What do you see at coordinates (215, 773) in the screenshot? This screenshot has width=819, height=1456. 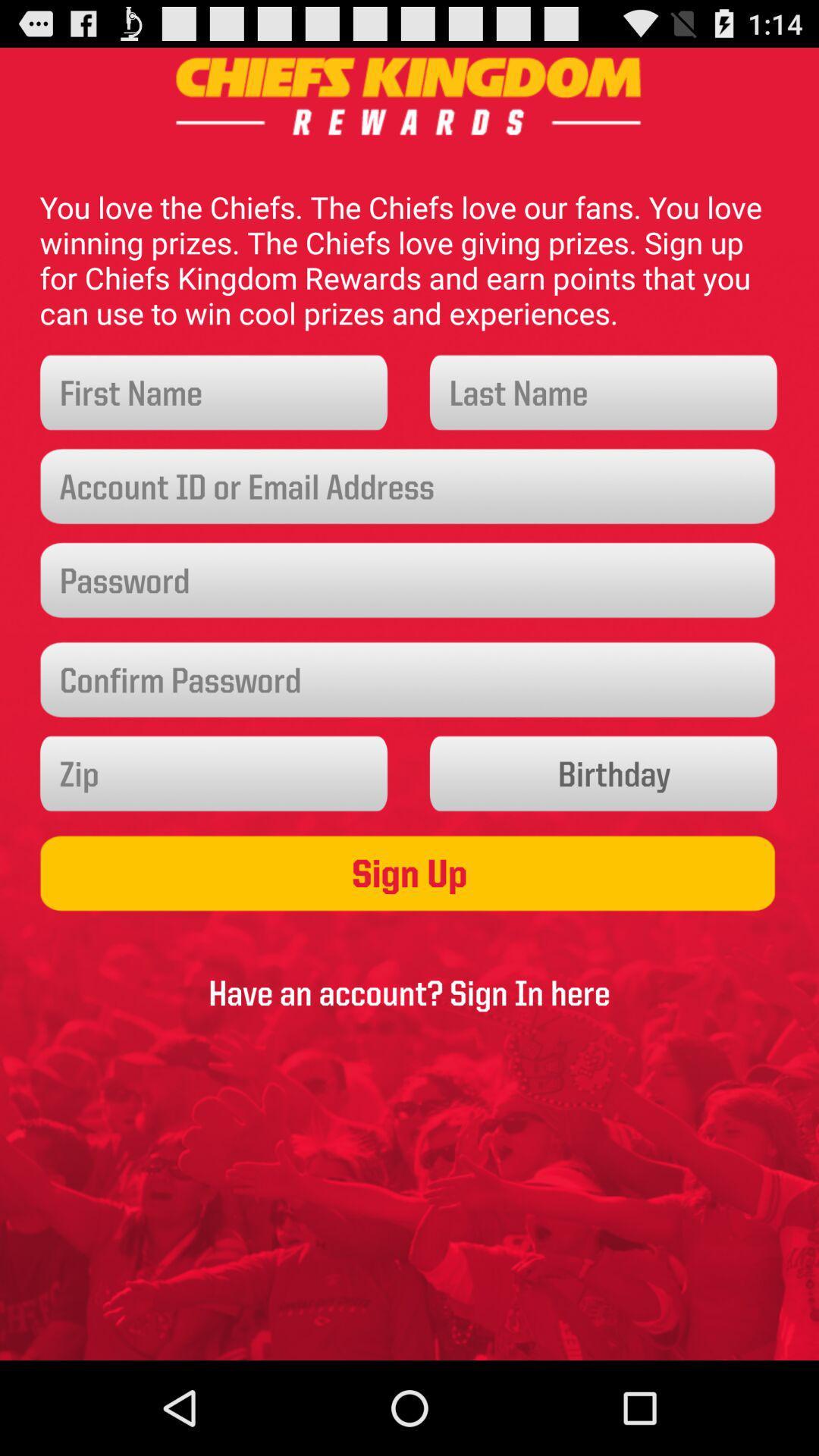 I see `a zip code` at bounding box center [215, 773].